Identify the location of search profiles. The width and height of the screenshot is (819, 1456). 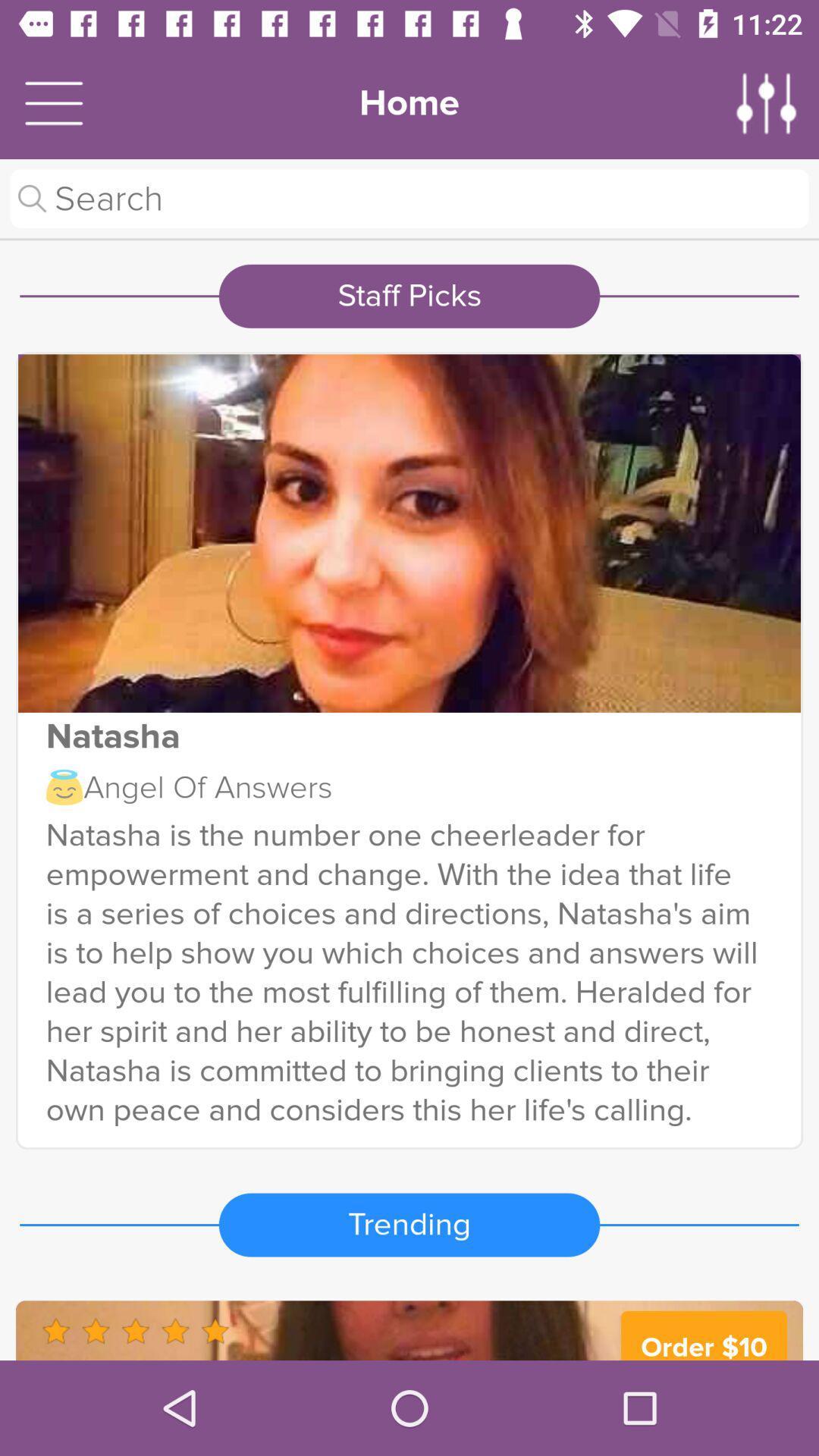
(409, 198).